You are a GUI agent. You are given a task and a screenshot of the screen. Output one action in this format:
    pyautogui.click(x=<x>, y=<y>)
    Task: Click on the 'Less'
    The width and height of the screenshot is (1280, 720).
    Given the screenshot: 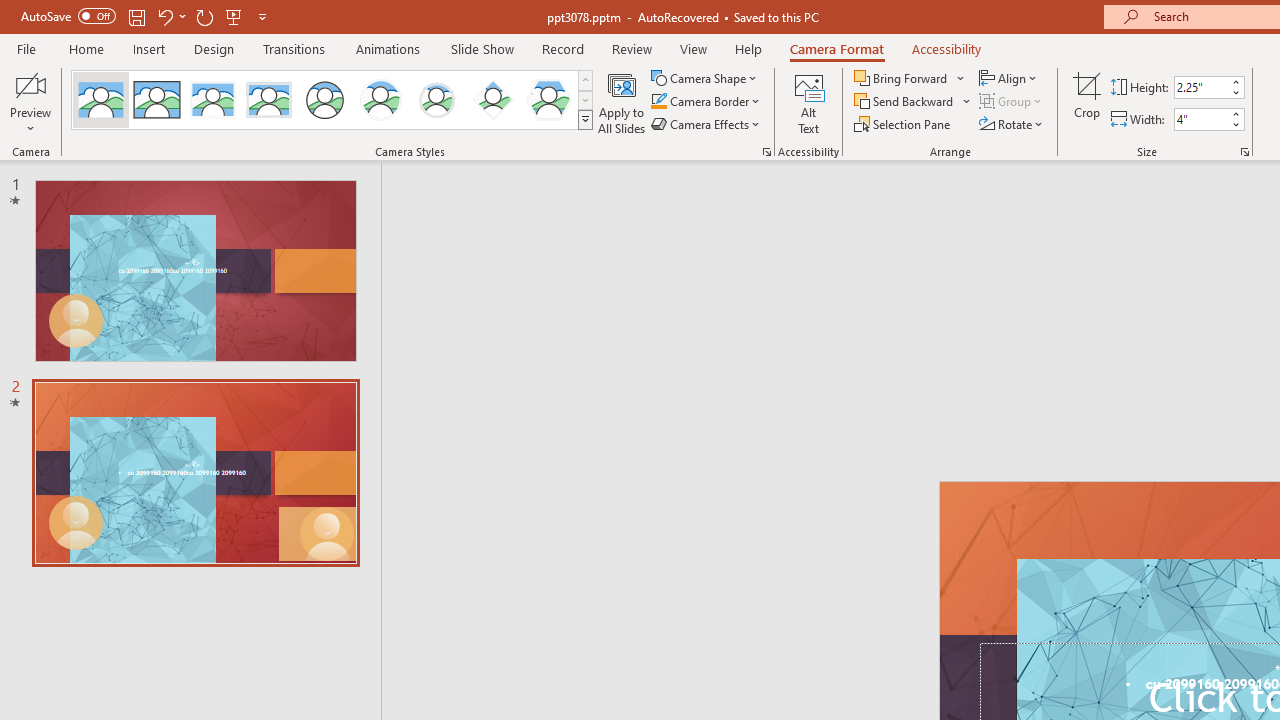 What is the action you would take?
    pyautogui.click(x=1234, y=124)
    